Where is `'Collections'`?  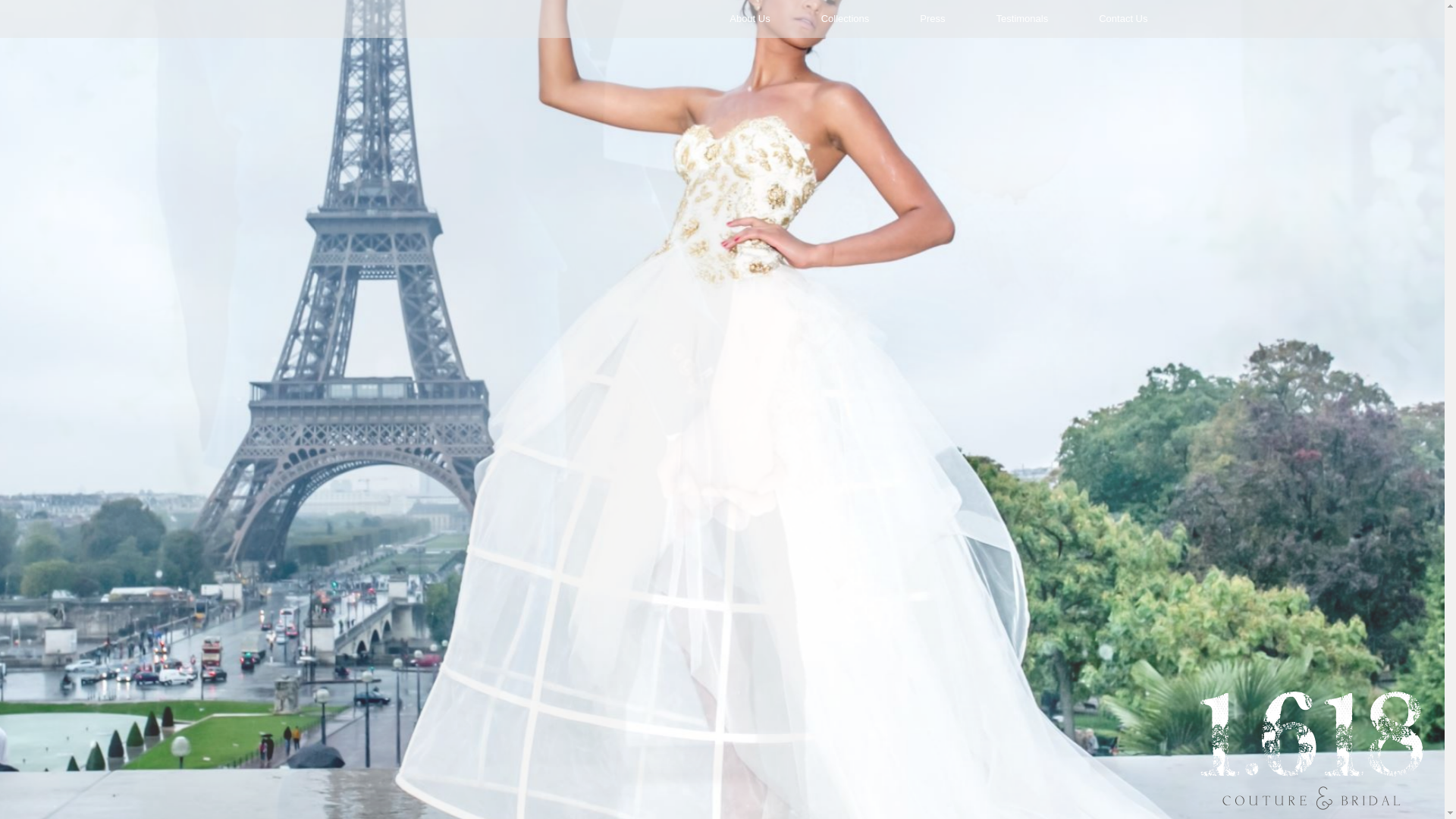 'Collections' is located at coordinates (845, 18).